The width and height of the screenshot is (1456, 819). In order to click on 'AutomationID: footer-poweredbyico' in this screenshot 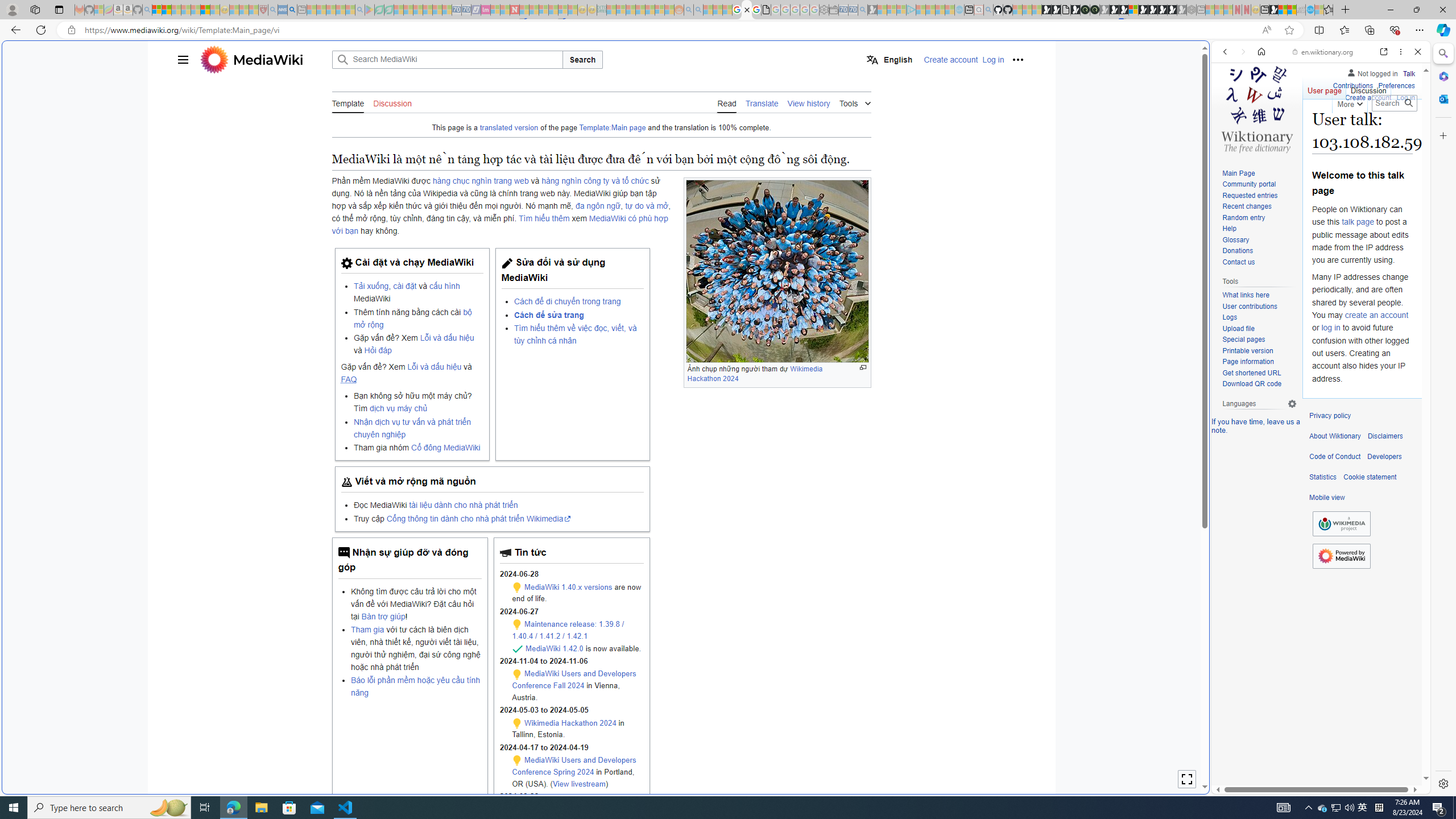, I will do `click(1342, 555)`.